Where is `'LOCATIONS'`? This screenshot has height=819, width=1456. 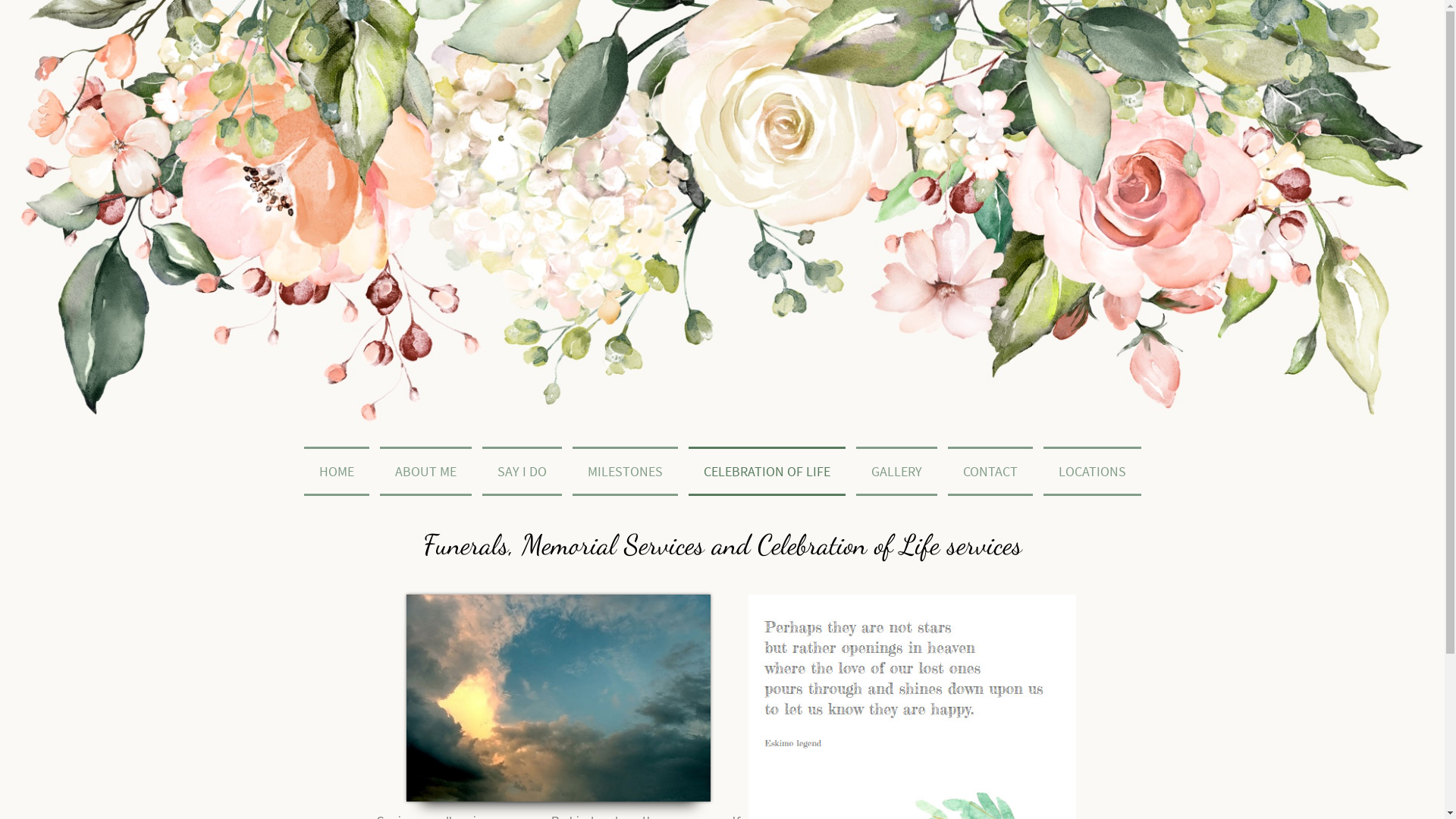
'LOCATIONS' is located at coordinates (1090, 470).